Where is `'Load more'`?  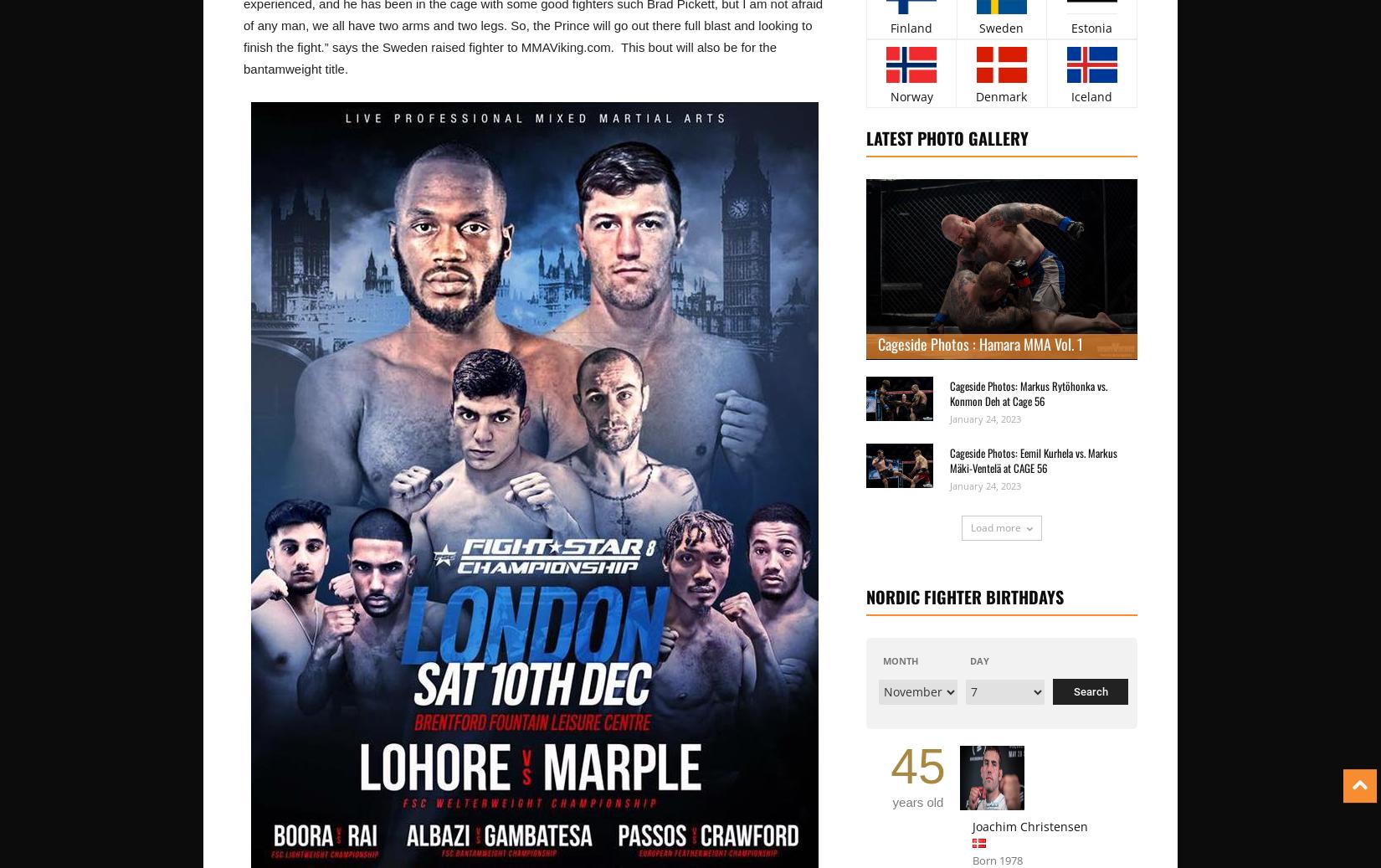
'Load more' is located at coordinates (995, 526).